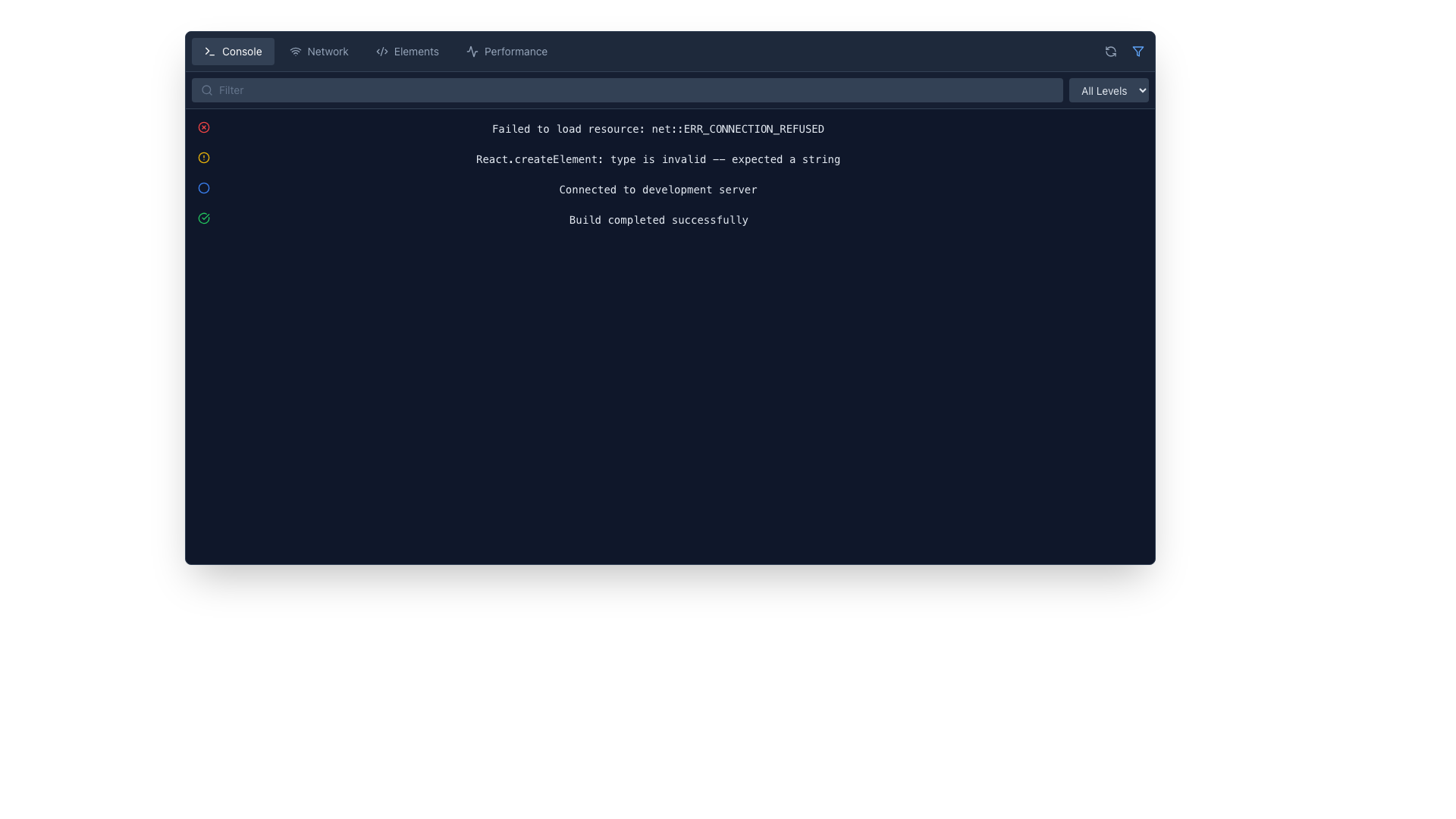  What do you see at coordinates (375, 51) in the screenshot?
I see `the 'Elements' tab in the horizontal menu located at the top of the interface, positioned between the 'Network' and 'Performance' tabs` at bounding box center [375, 51].